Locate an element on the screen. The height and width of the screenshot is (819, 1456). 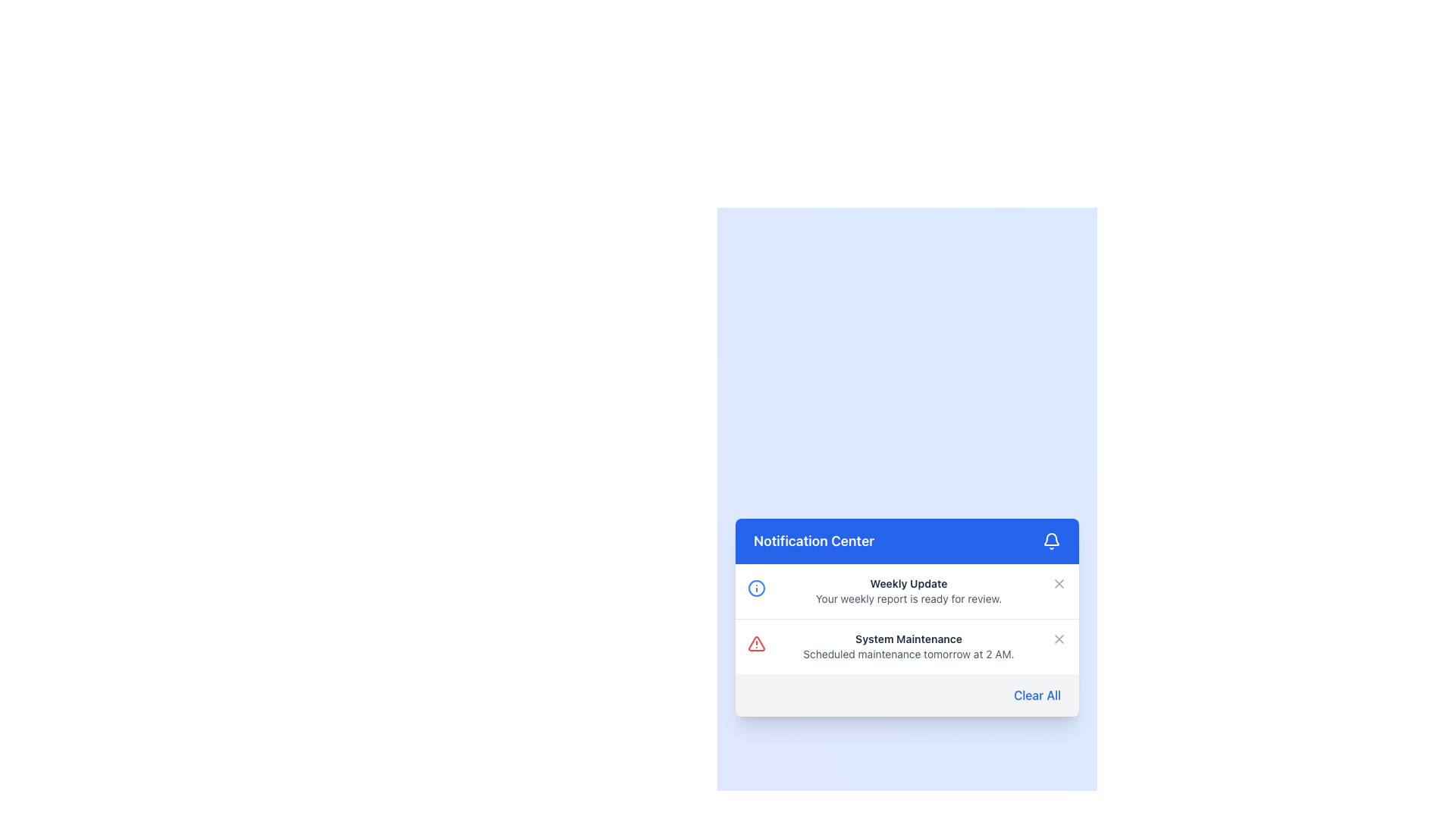
information displayed in the 'System Maintenance' text block located in the 'Notification Center', specifically the lines 'System Maintenance' and 'Scheduled maintenance tomorrow at 2 AM.' is located at coordinates (908, 646).